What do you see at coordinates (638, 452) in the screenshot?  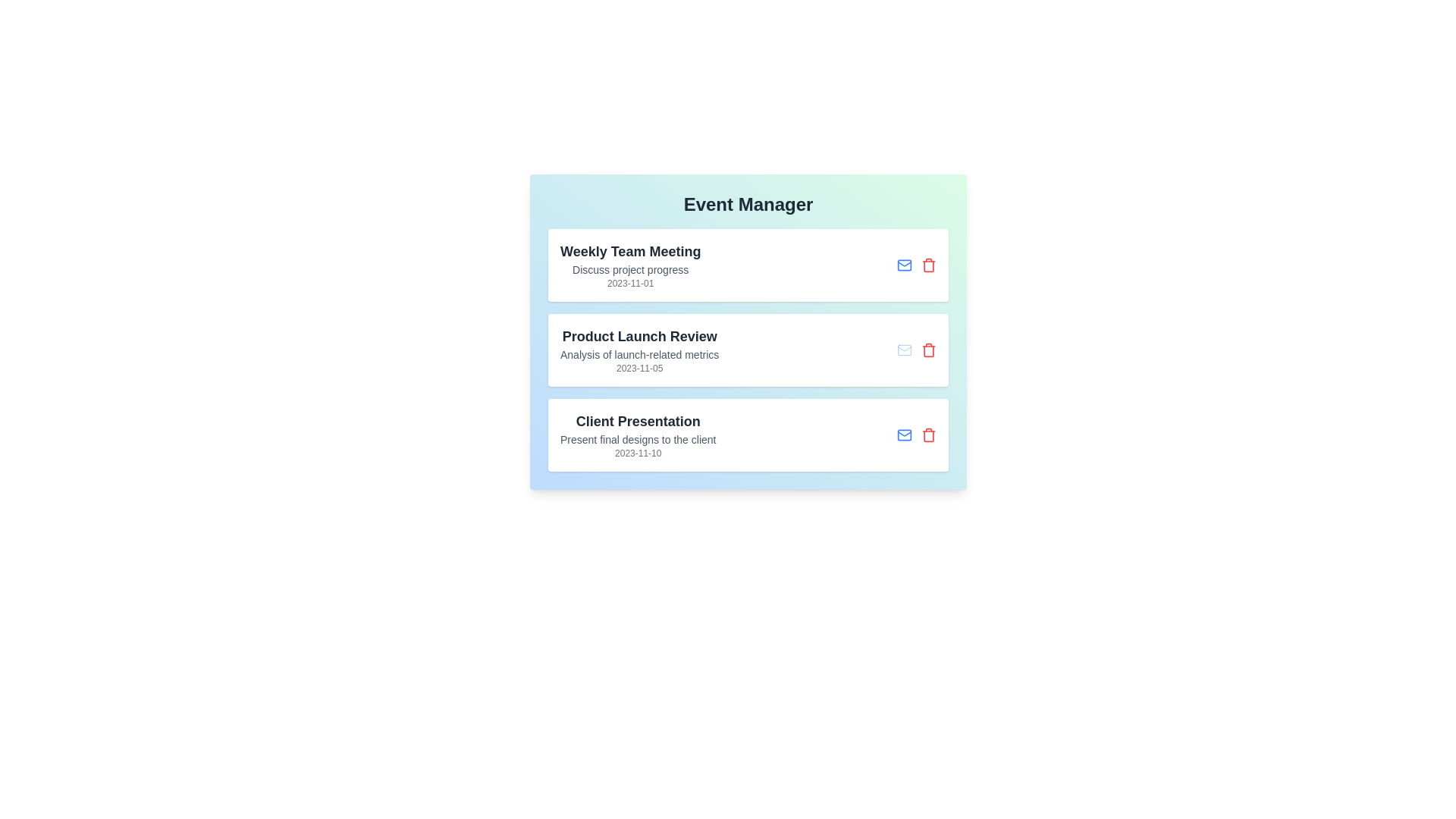 I see `the event date for Client Presentation` at bounding box center [638, 452].